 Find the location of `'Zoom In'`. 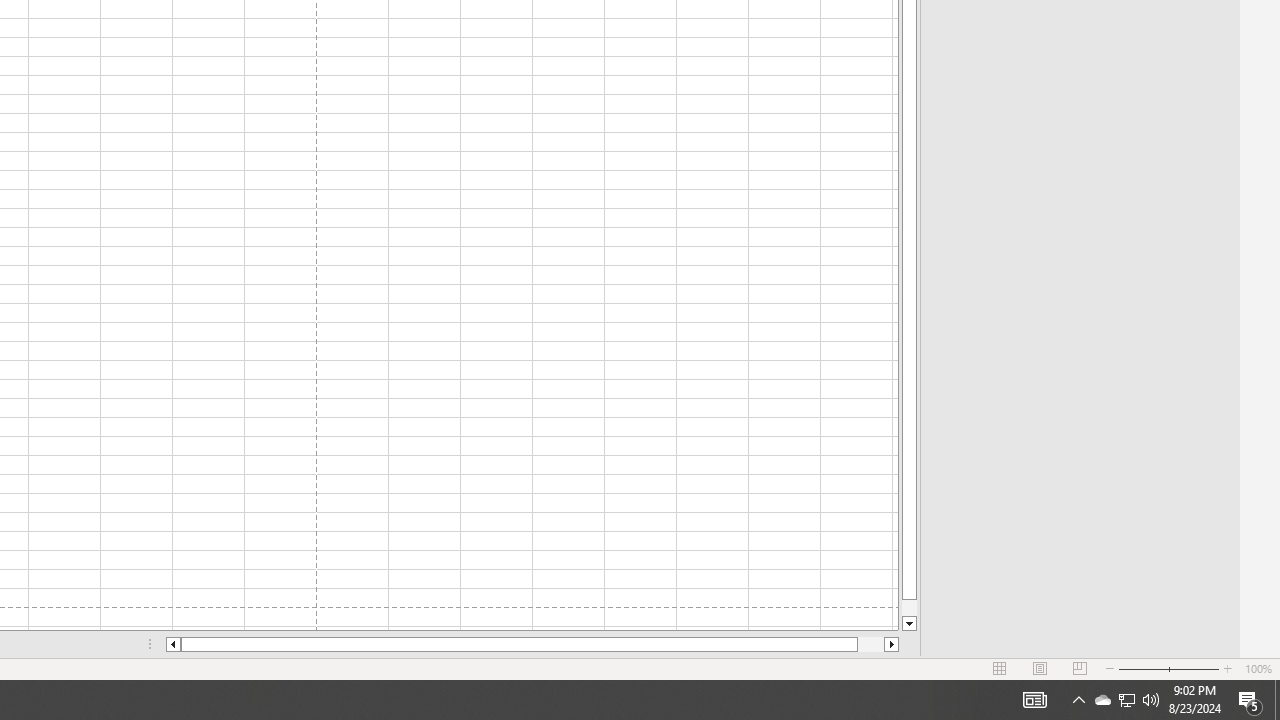

'Zoom In' is located at coordinates (1226, 669).